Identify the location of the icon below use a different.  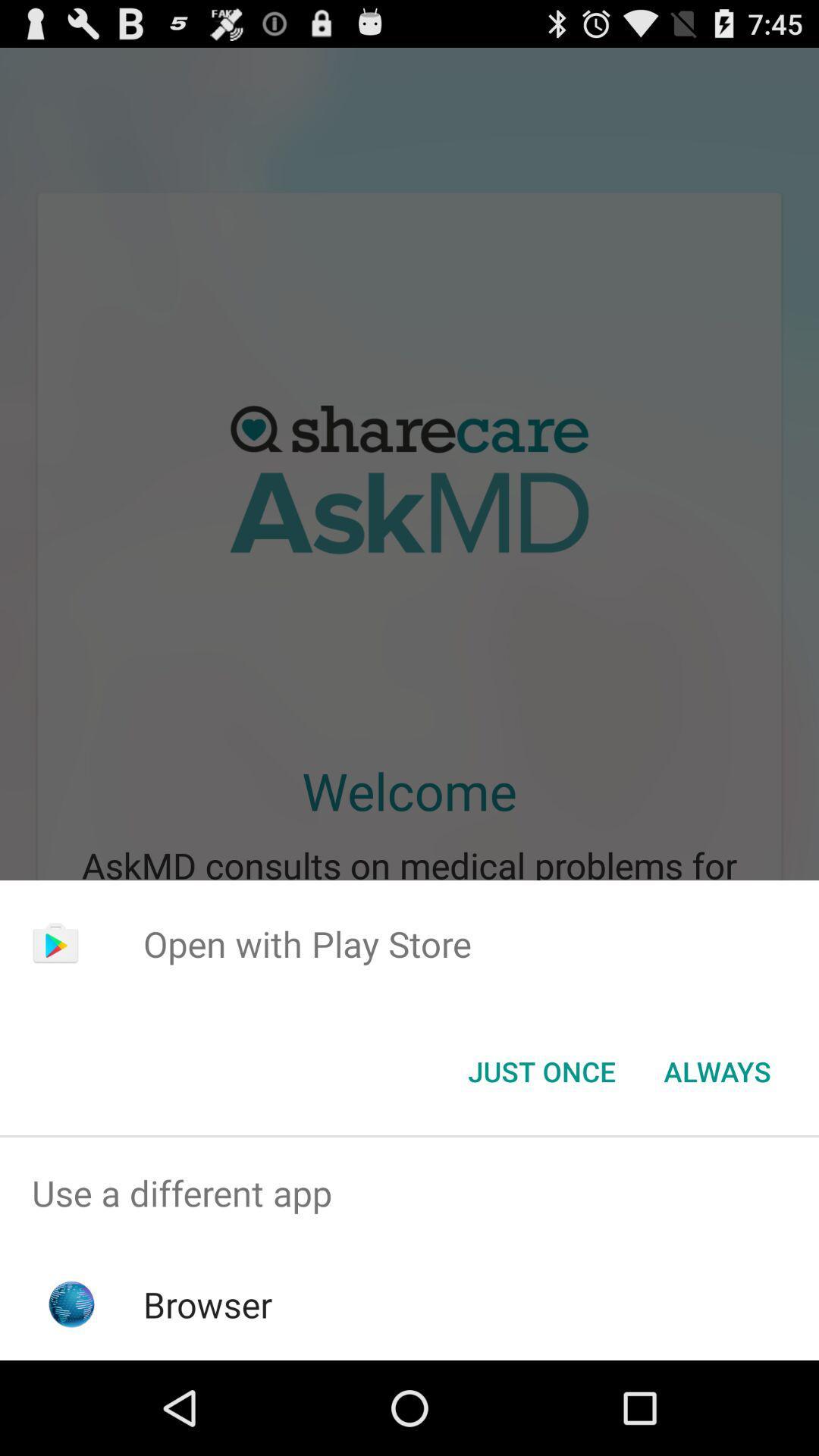
(208, 1304).